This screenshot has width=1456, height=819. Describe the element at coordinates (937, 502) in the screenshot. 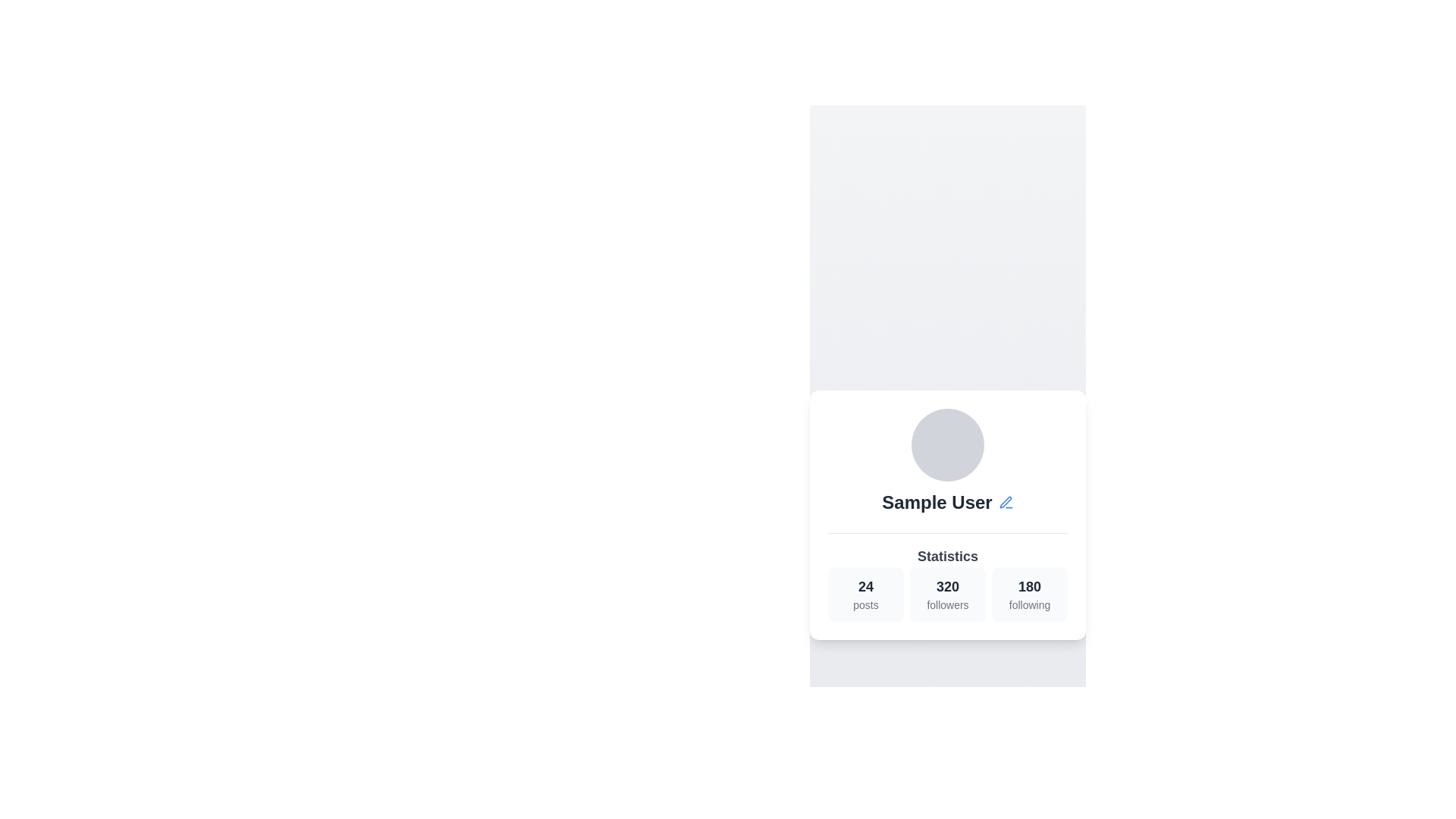

I see `the text label displaying 'Sample User', which is styled prominently with a bold font and large size, located centrally within the profile card layout beneath the avatar icon` at that location.